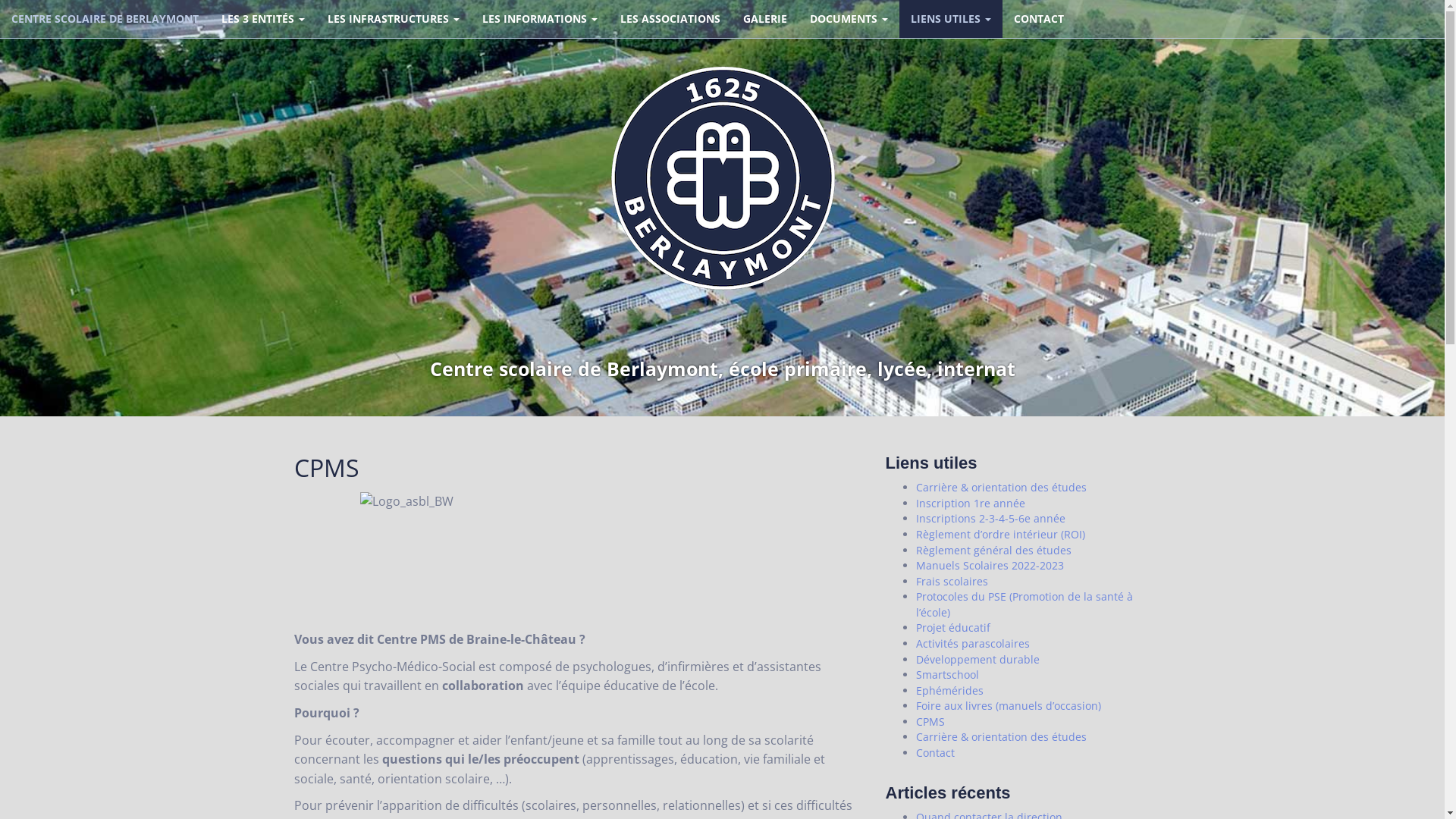 Image resolution: width=1456 pixels, height=819 pixels. What do you see at coordinates (539, 18) in the screenshot?
I see `'LES INFORMATIONS'` at bounding box center [539, 18].